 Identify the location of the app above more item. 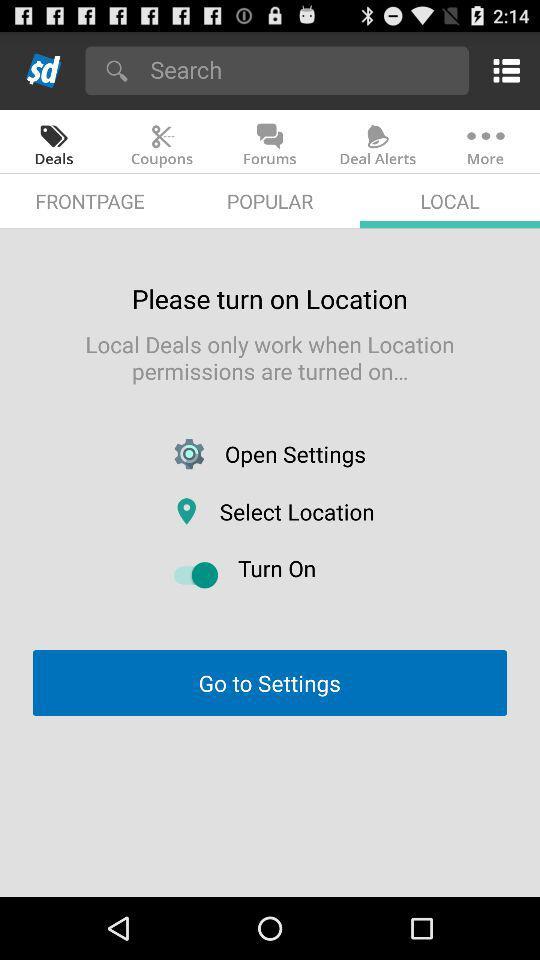
(502, 70).